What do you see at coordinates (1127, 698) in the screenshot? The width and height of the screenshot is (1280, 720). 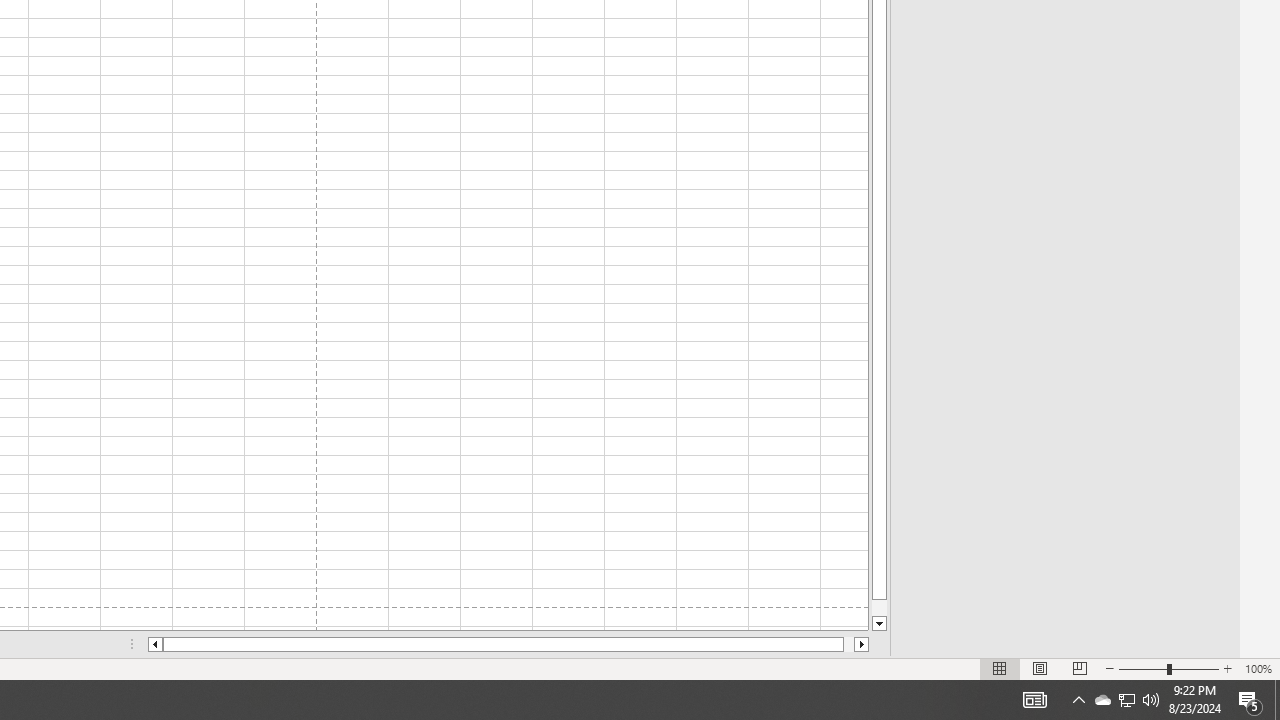 I see `'User Promoted Notification Area'` at bounding box center [1127, 698].